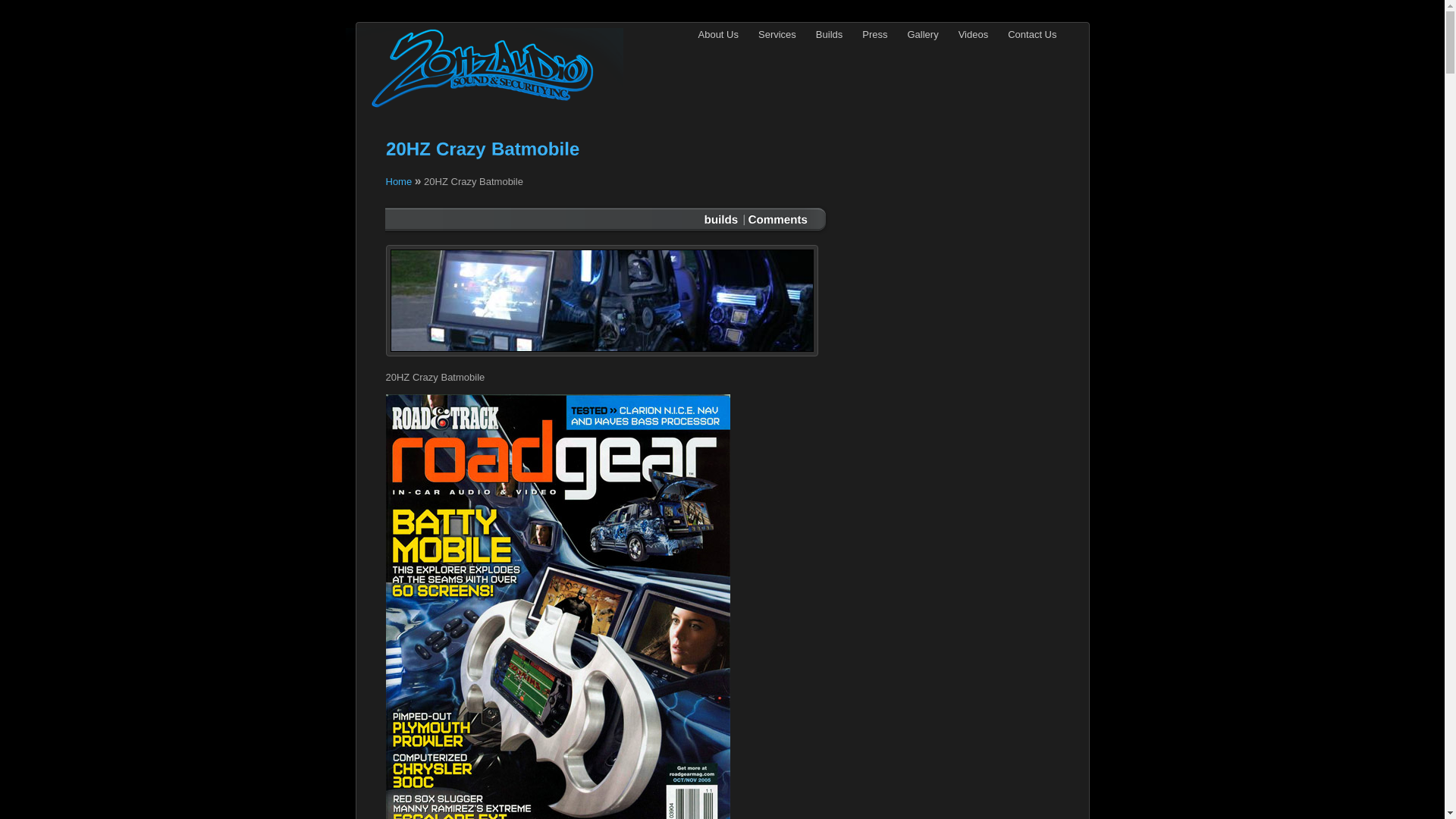 The height and width of the screenshot is (819, 1456). Describe the element at coordinates (973, 34) in the screenshot. I see `'Videos'` at that location.